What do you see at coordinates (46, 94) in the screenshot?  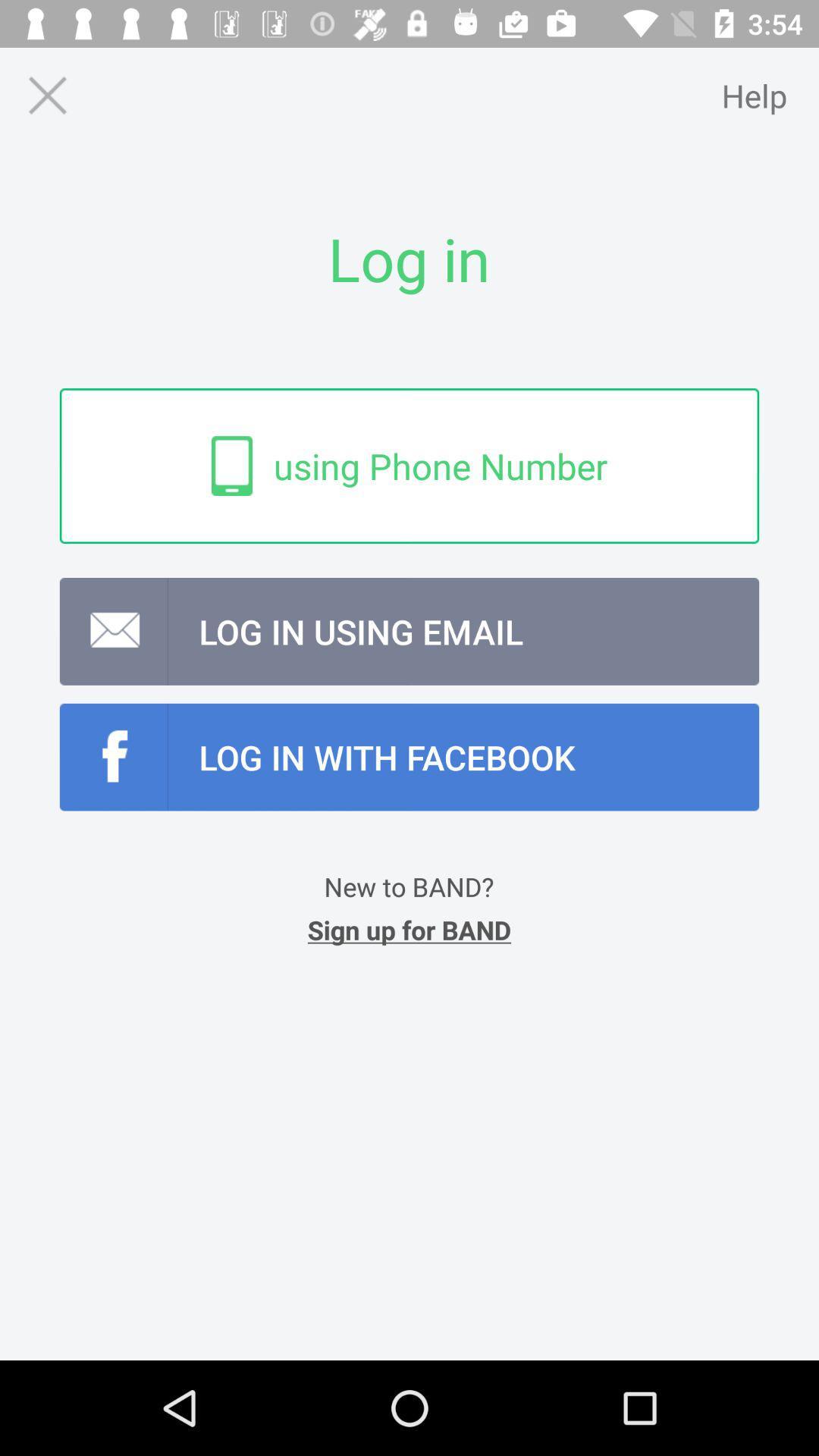 I see `exit` at bounding box center [46, 94].